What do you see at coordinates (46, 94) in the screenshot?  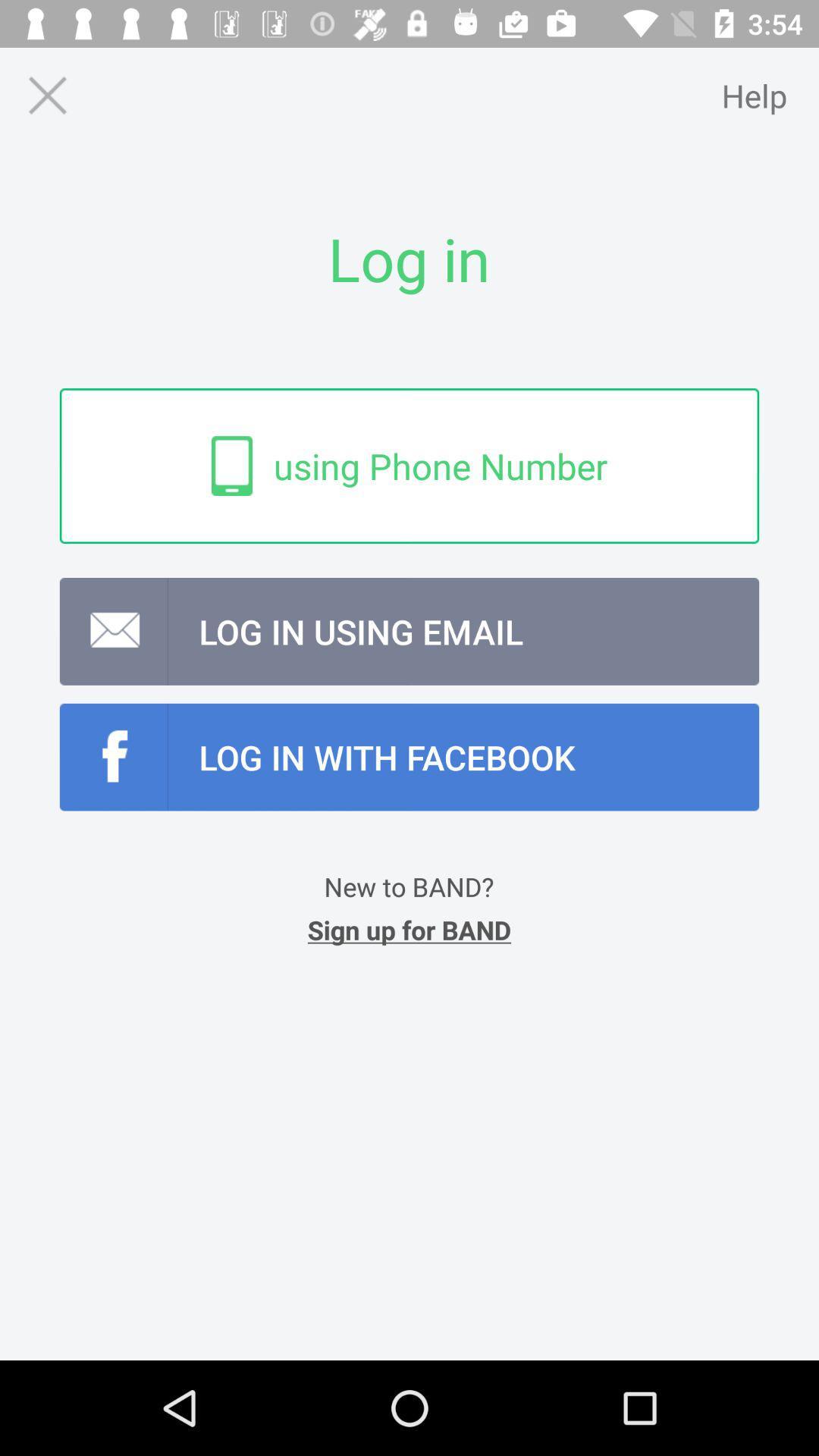 I see `exit` at bounding box center [46, 94].